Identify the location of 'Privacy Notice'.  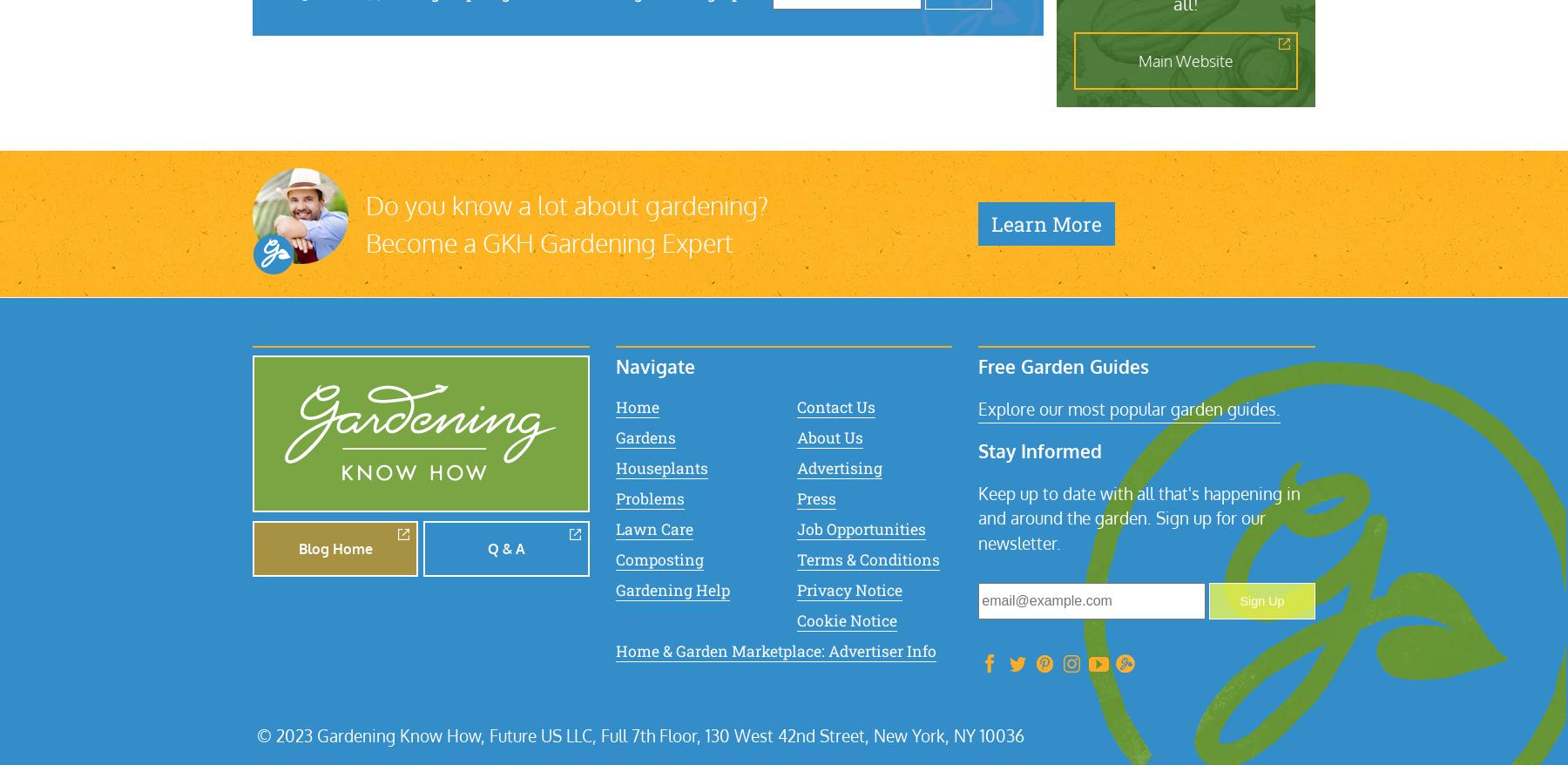
(848, 589).